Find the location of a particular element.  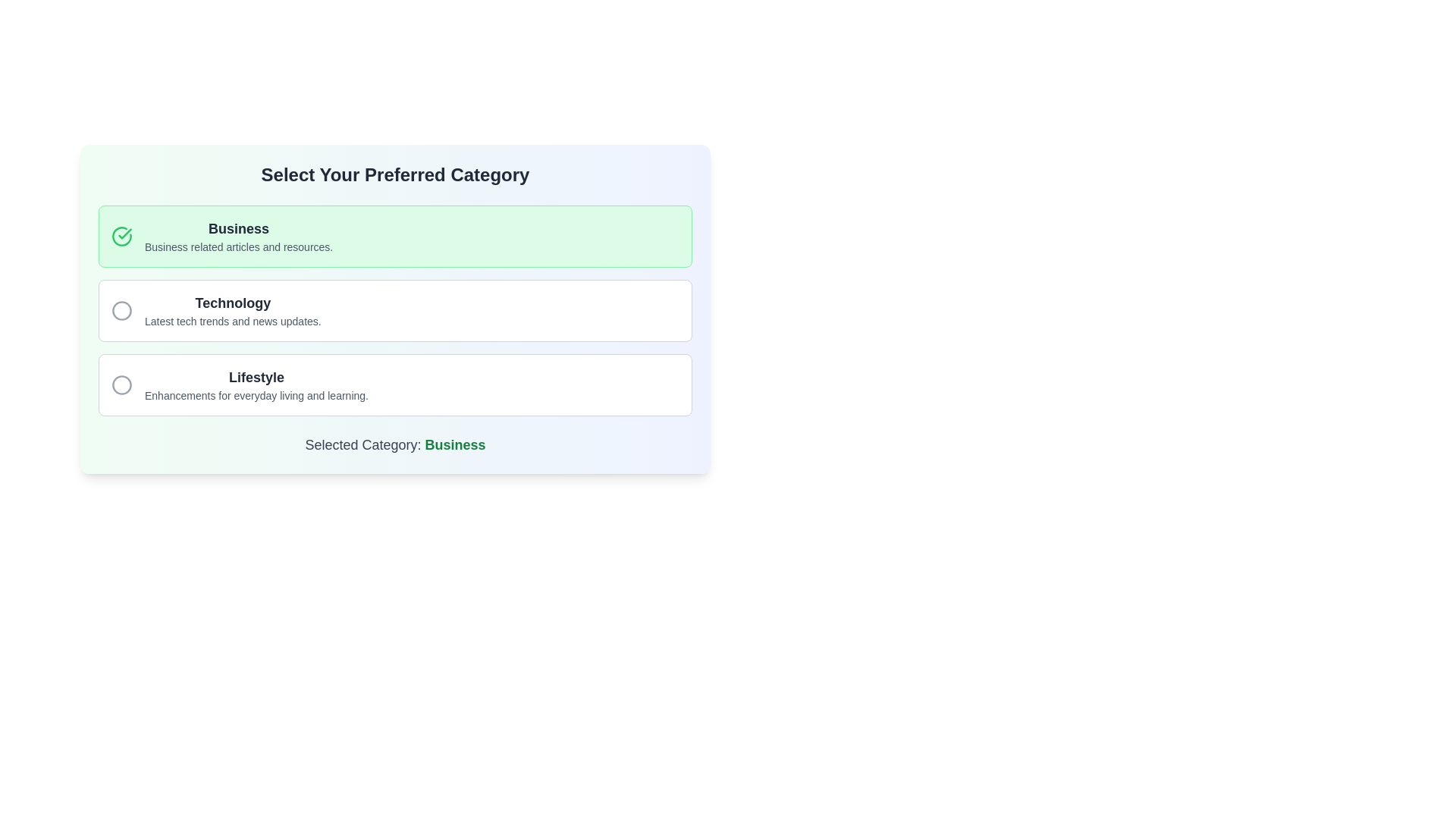

text content of the Text element displaying the title 'Business' and the description 'Business related articles and resources', located in the topmost category card under 'Select Your Preferred Category' is located at coordinates (238, 237).